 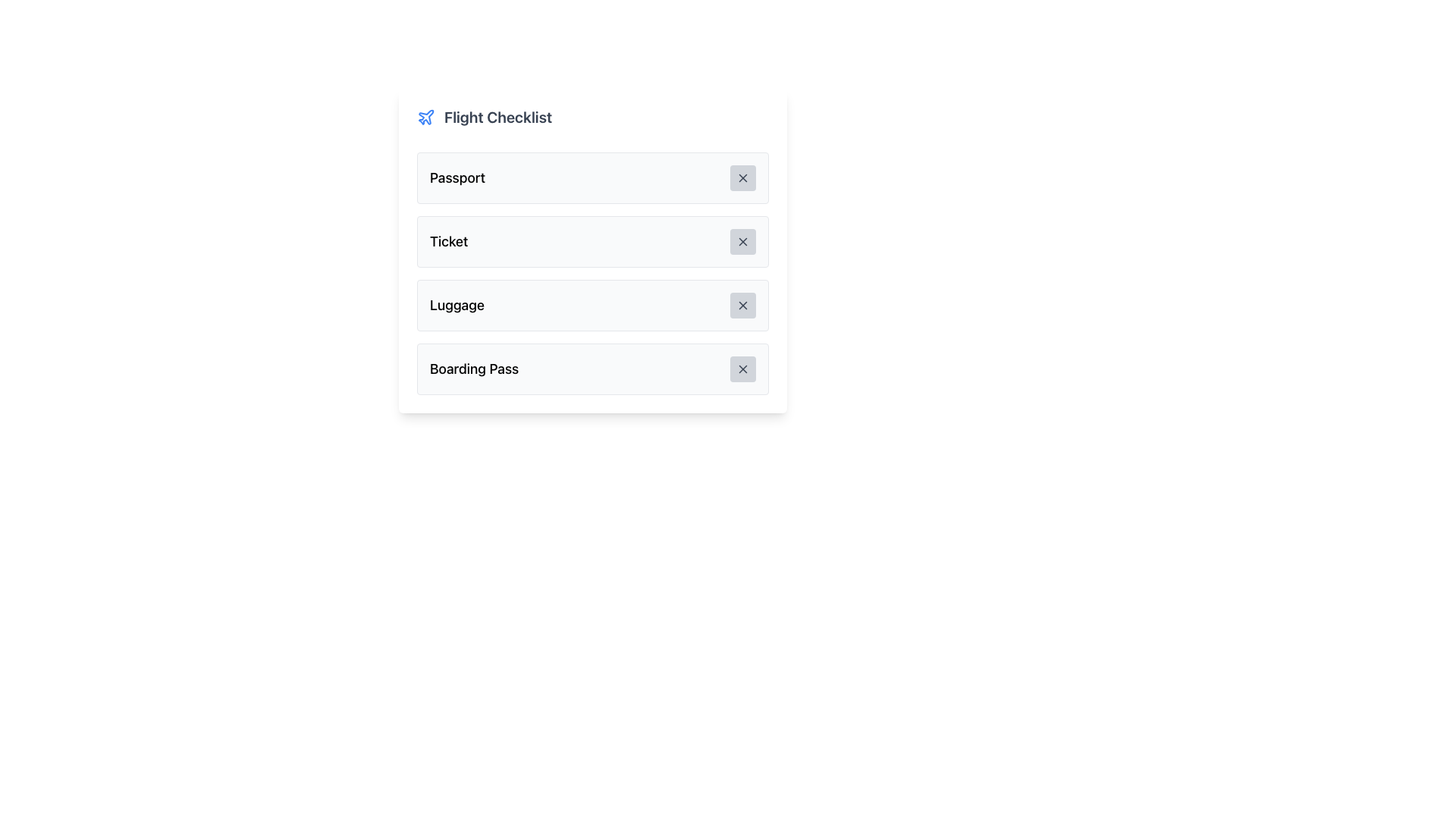 I want to click on the 'X' icon in the close button located on the right side of the 'Luggage' row in the Flight Checklist, so click(x=742, y=305).